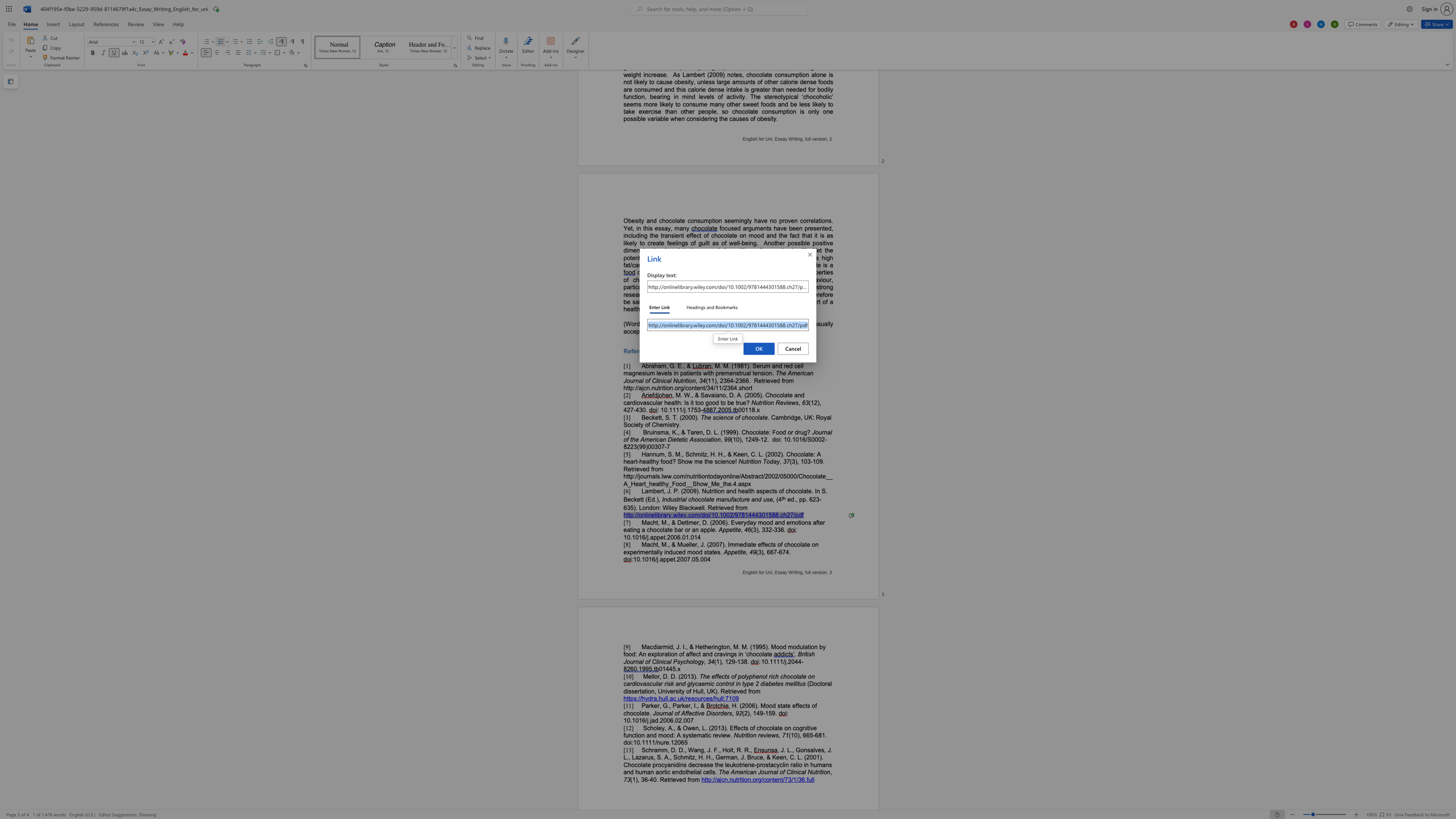  What do you see at coordinates (733, 684) in the screenshot?
I see `the 6th character "l" in the text` at bounding box center [733, 684].